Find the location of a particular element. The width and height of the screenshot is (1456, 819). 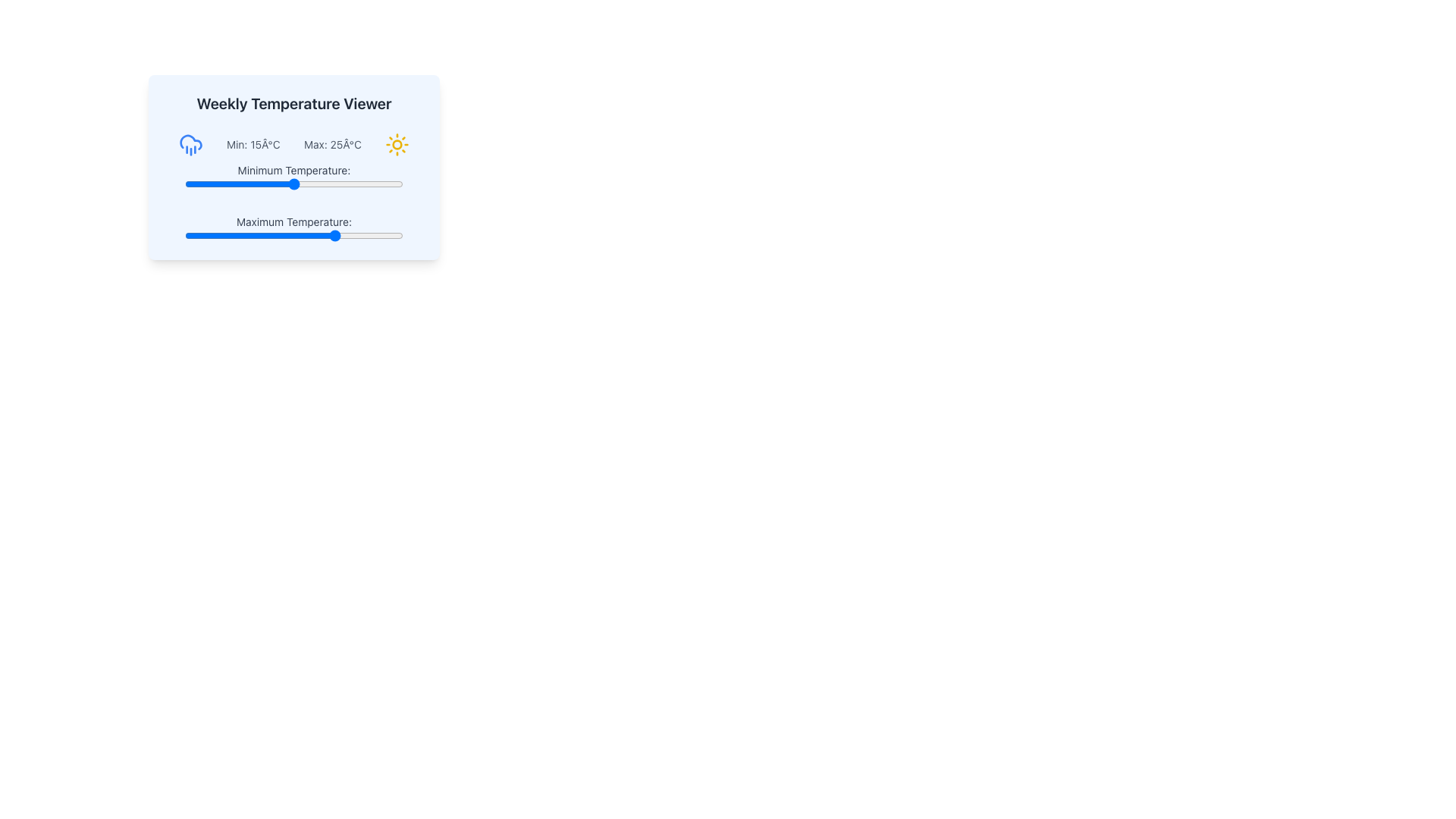

the sun icon, which is yellow with radial lines, located to the right of the text 'Max: 25°C' is located at coordinates (397, 145).